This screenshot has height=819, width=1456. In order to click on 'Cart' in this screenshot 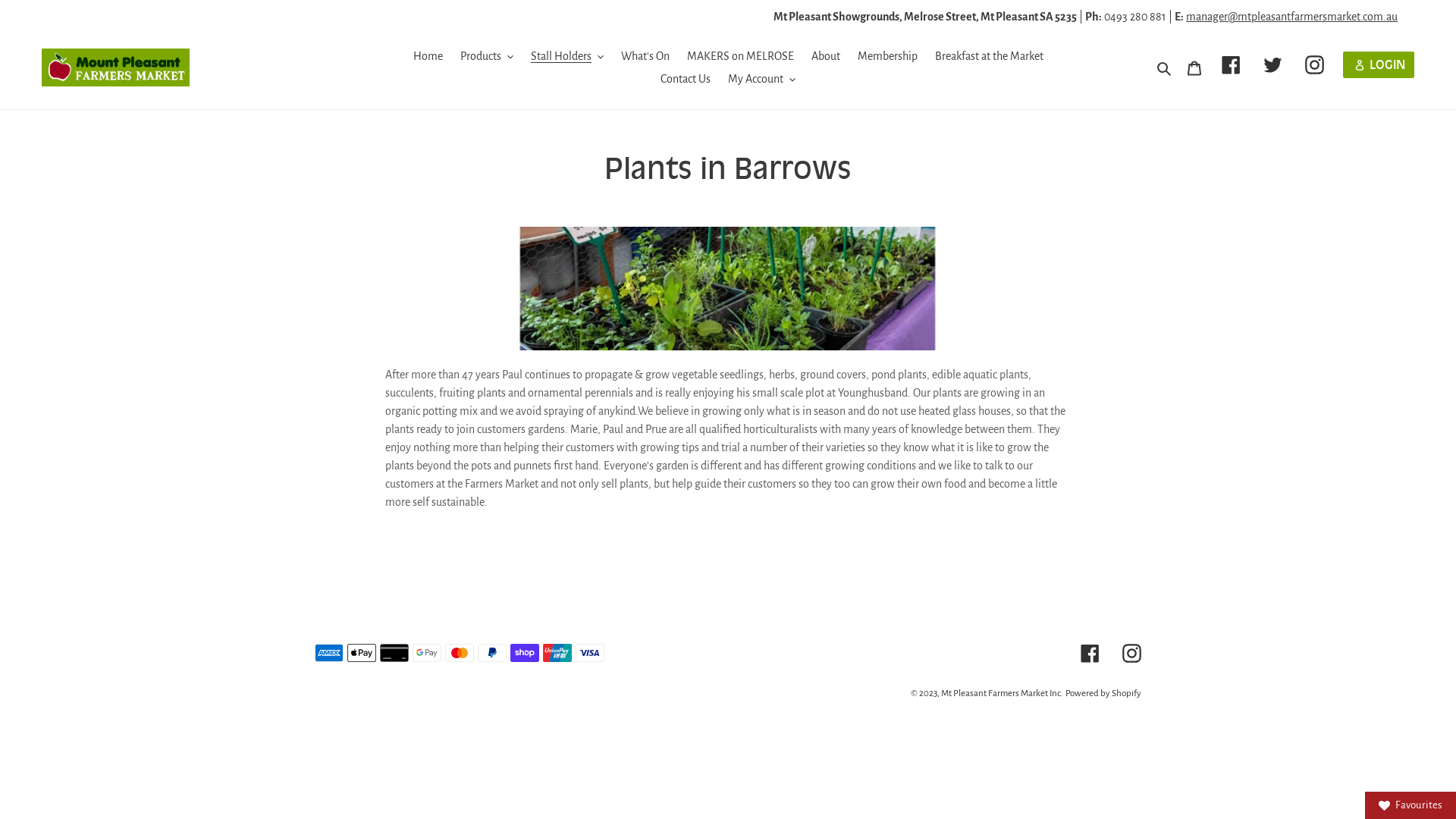, I will do `click(1193, 66)`.